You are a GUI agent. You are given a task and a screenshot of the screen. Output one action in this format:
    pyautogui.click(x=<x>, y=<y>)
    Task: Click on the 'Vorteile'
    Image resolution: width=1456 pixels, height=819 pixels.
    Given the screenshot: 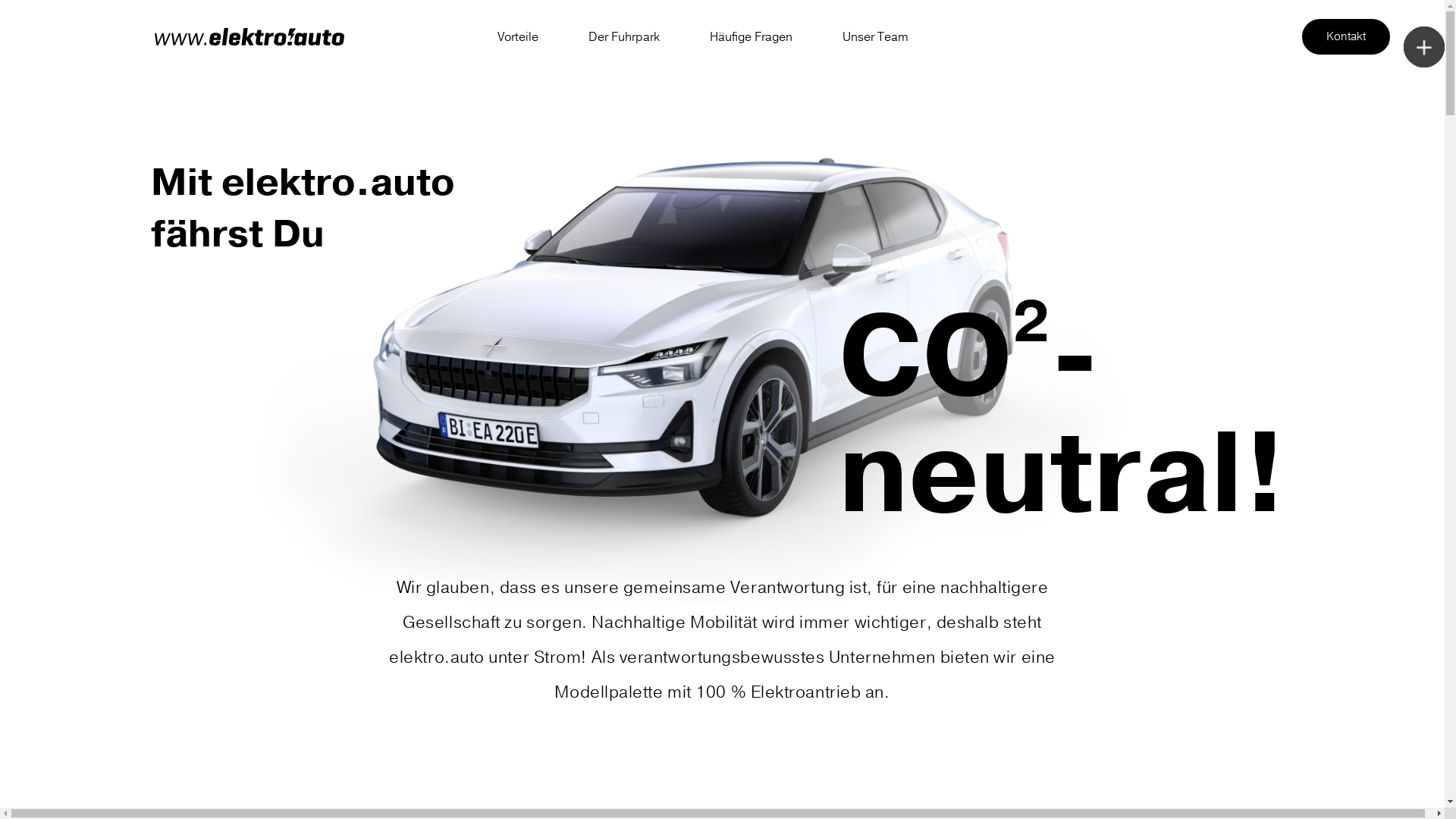 What is the action you would take?
    pyautogui.click(x=517, y=36)
    